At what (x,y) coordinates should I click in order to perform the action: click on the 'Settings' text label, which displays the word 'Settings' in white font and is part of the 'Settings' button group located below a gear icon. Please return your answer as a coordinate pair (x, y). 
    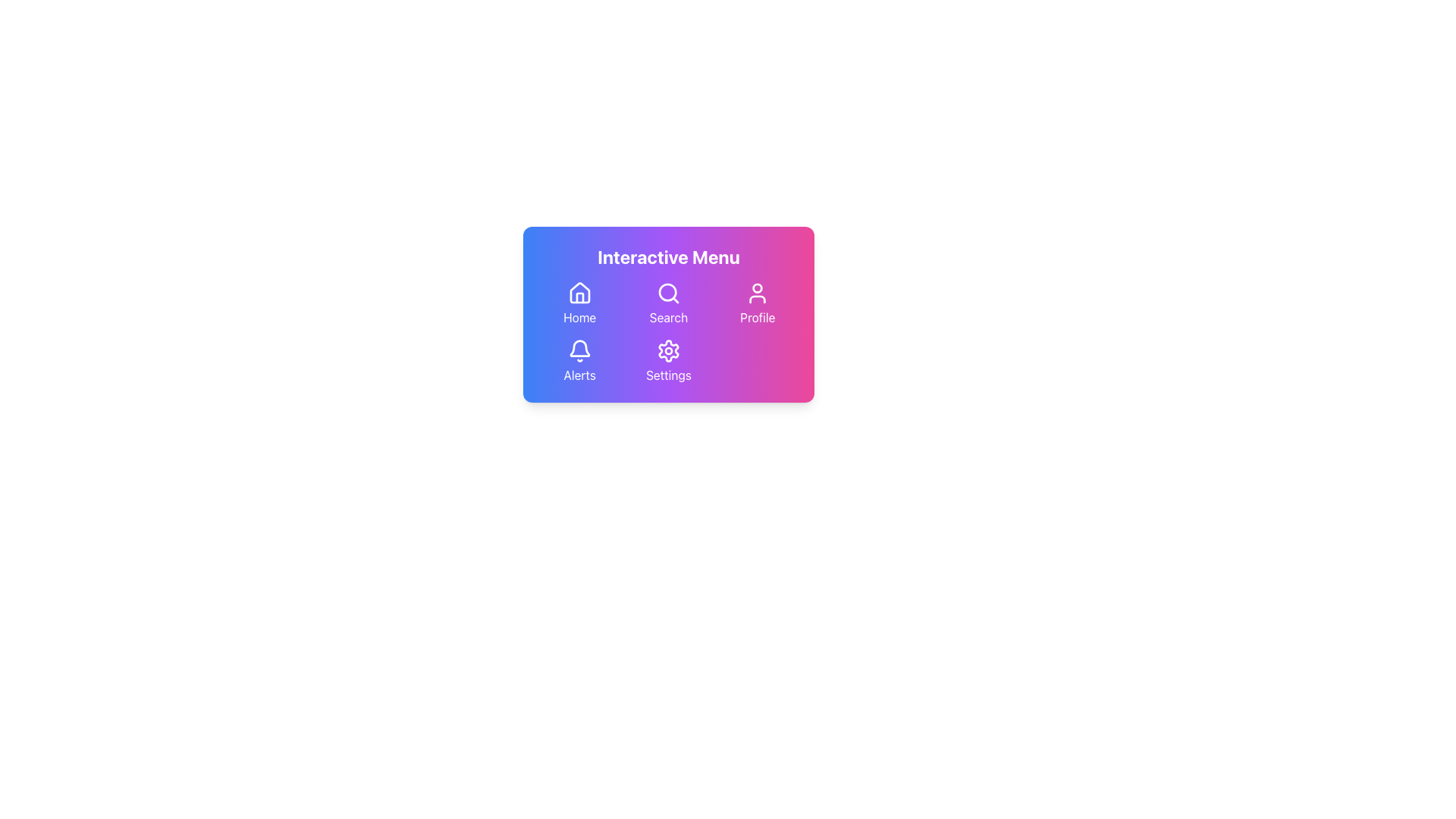
    Looking at the image, I should click on (668, 375).